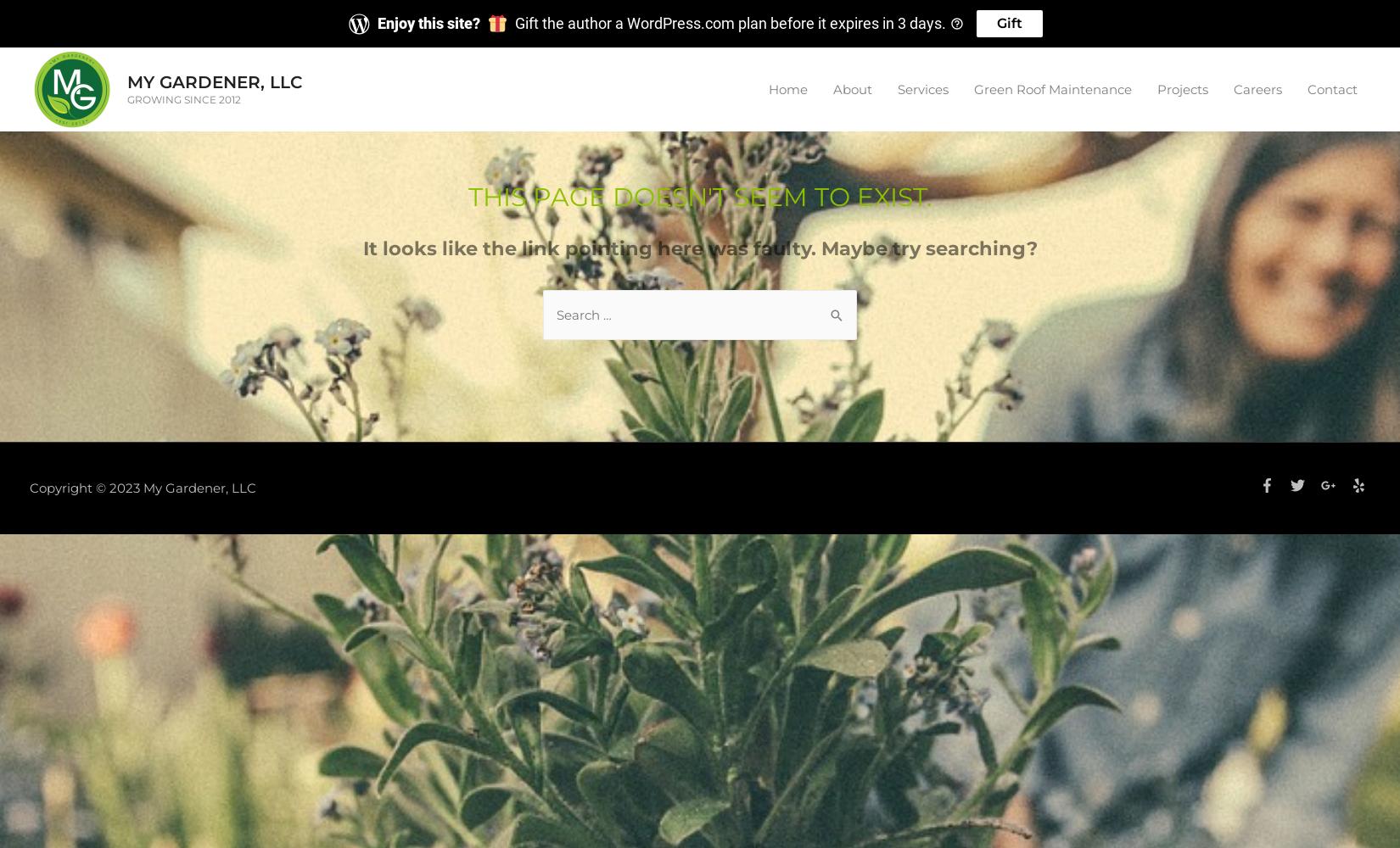 This screenshot has width=1400, height=848. I want to click on 'Projects', so click(1181, 87).